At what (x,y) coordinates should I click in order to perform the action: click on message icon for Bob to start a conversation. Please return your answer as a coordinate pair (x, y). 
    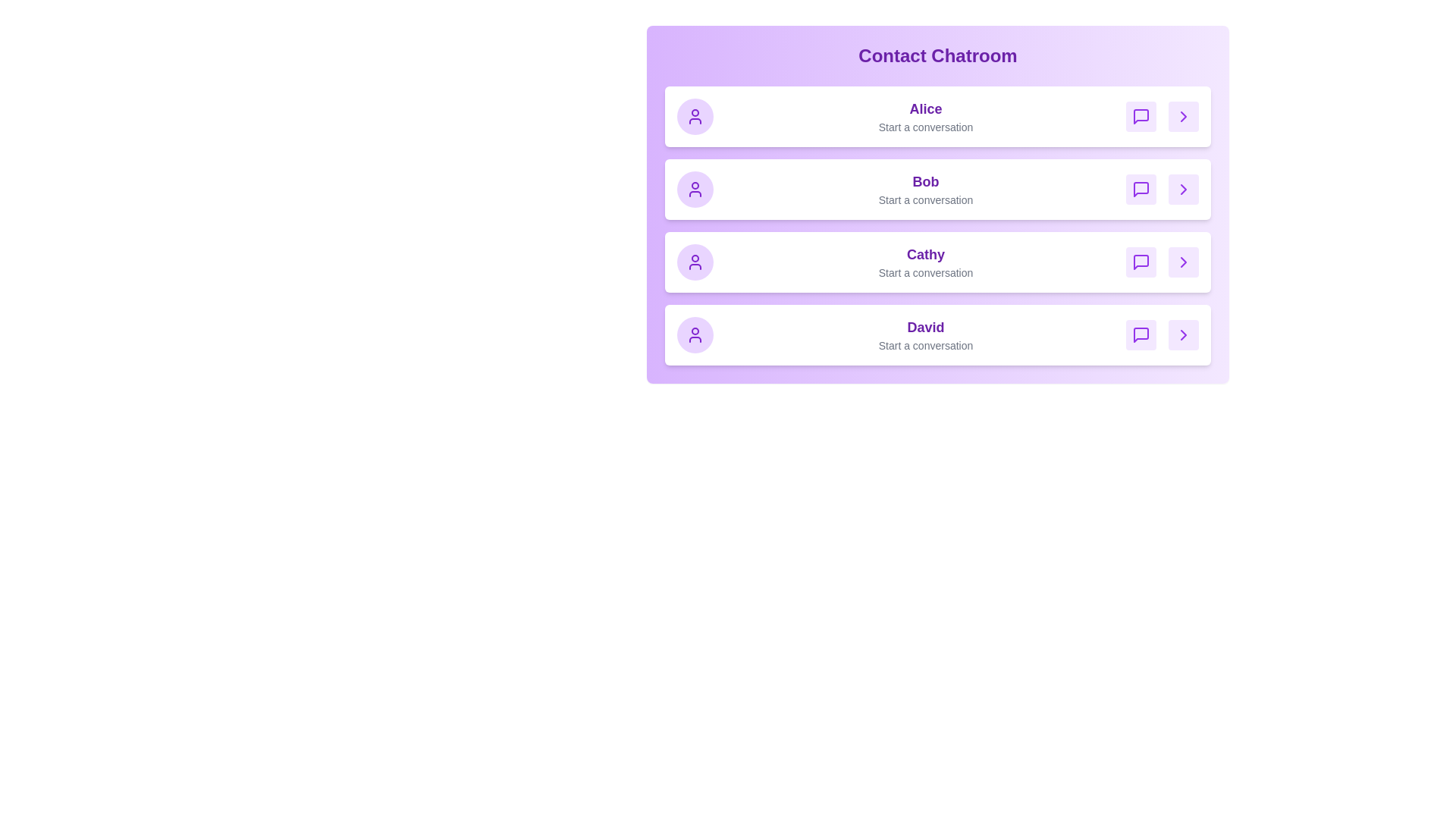
    Looking at the image, I should click on (1141, 189).